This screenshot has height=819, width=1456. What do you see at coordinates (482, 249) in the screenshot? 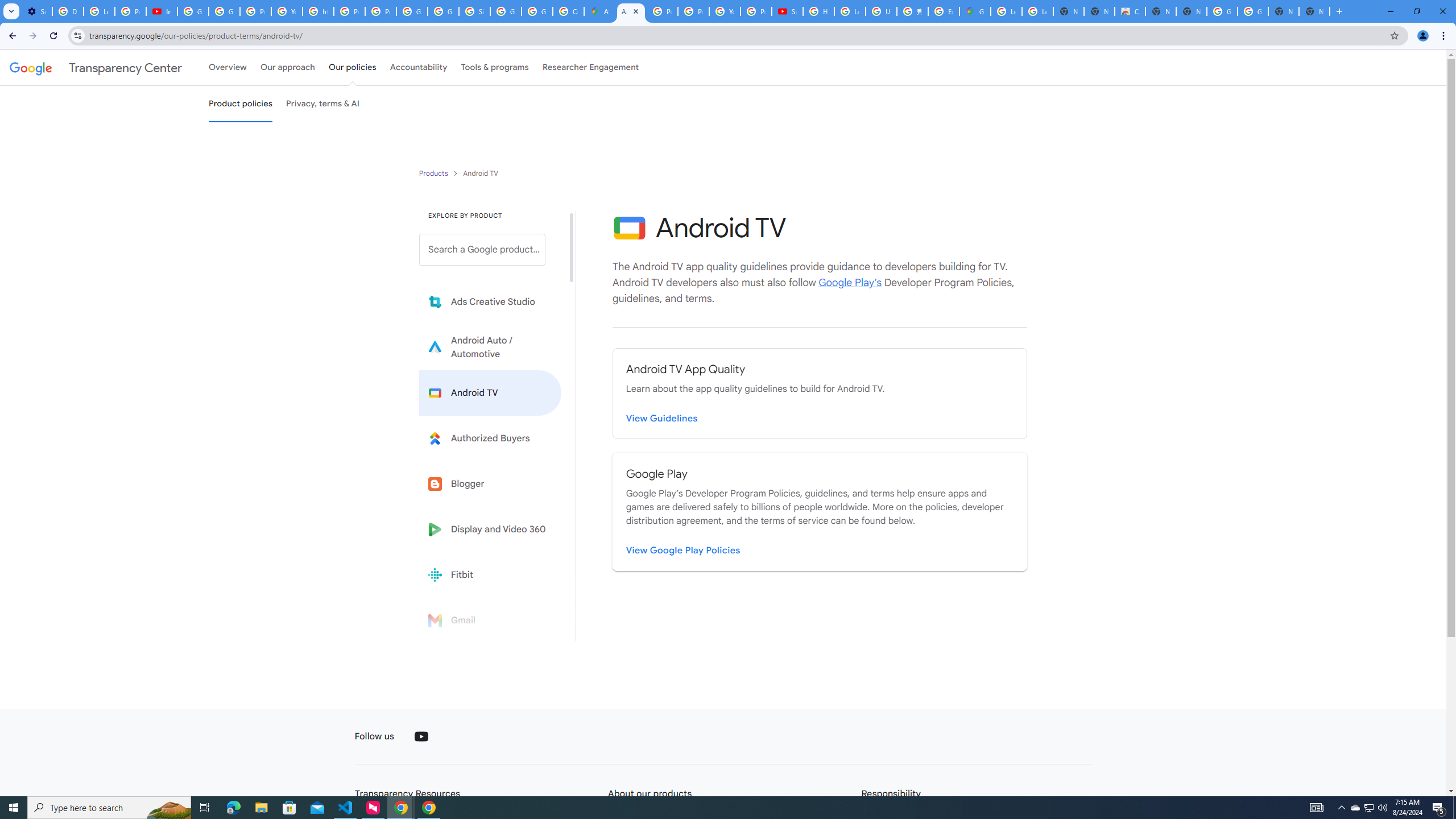
I see `'Search a Google product from below list.'` at bounding box center [482, 249].